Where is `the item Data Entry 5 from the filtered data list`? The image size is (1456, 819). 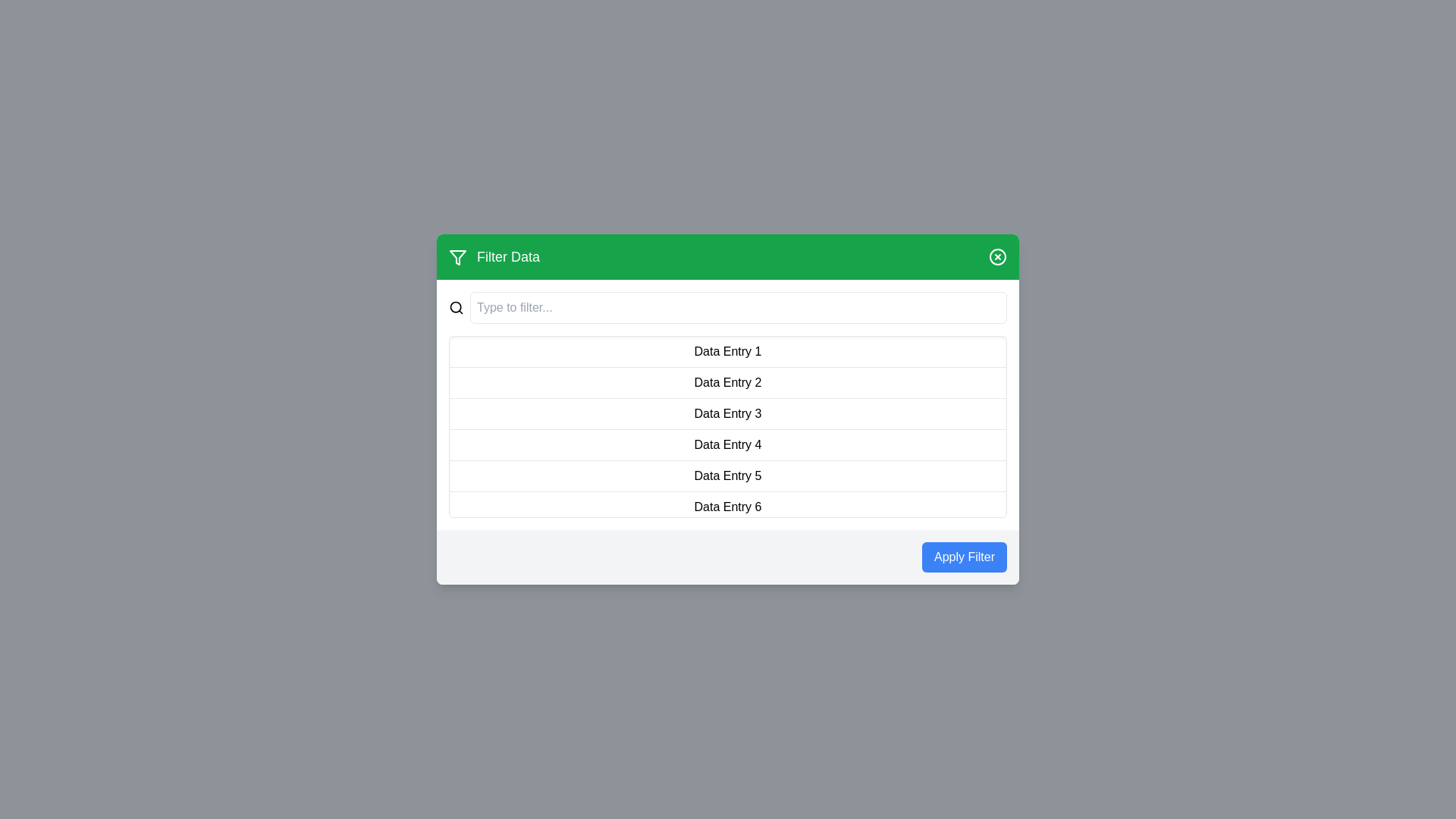 the item Data Entry 5 from the filtered data list is located at coordinates (728, 475).